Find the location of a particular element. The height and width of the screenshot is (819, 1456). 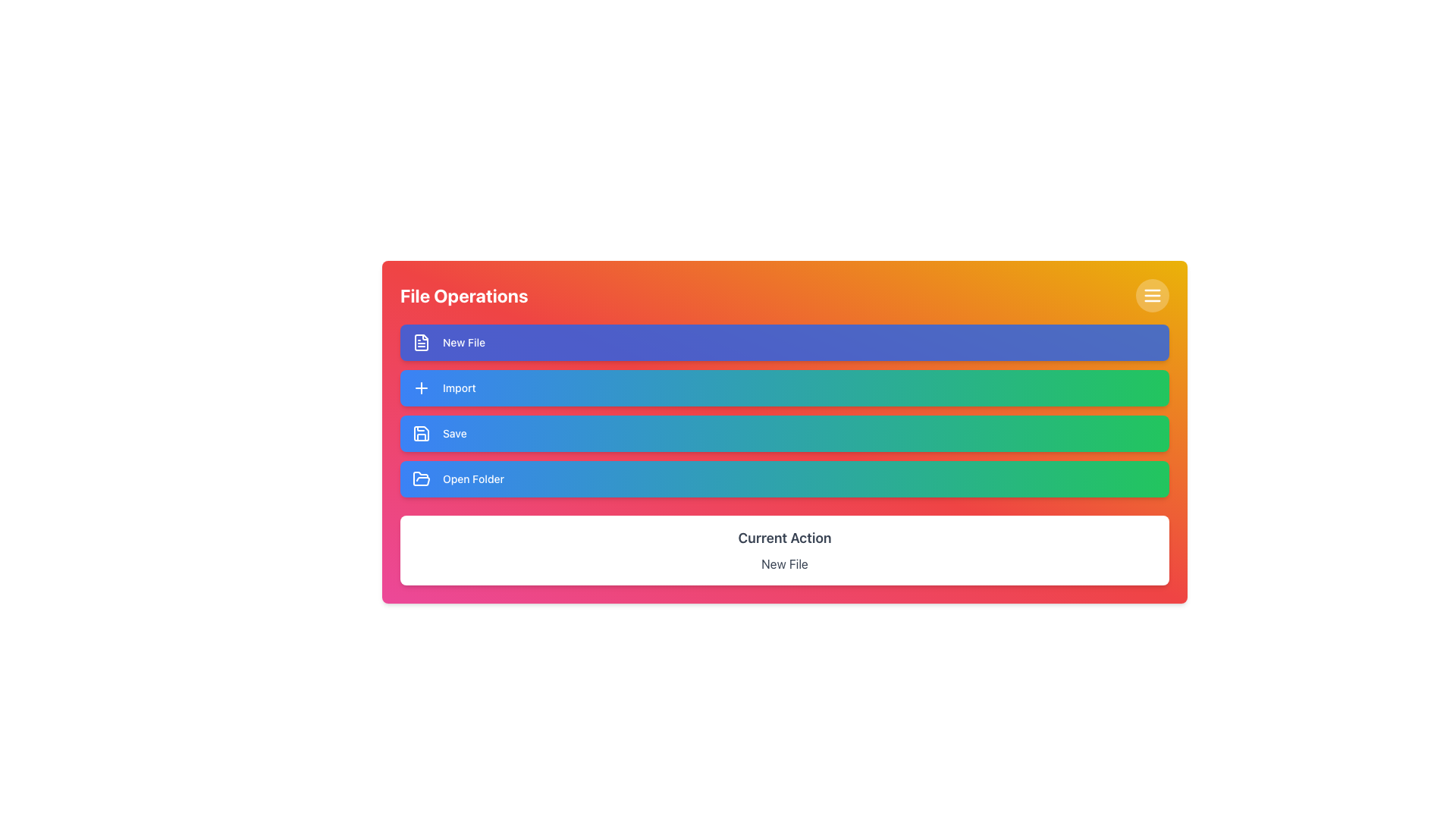

the menu icon button, which is a three-line icon located in the top-right corner of the orange-yellow gradient header section is located at coordinates (1153, 295).